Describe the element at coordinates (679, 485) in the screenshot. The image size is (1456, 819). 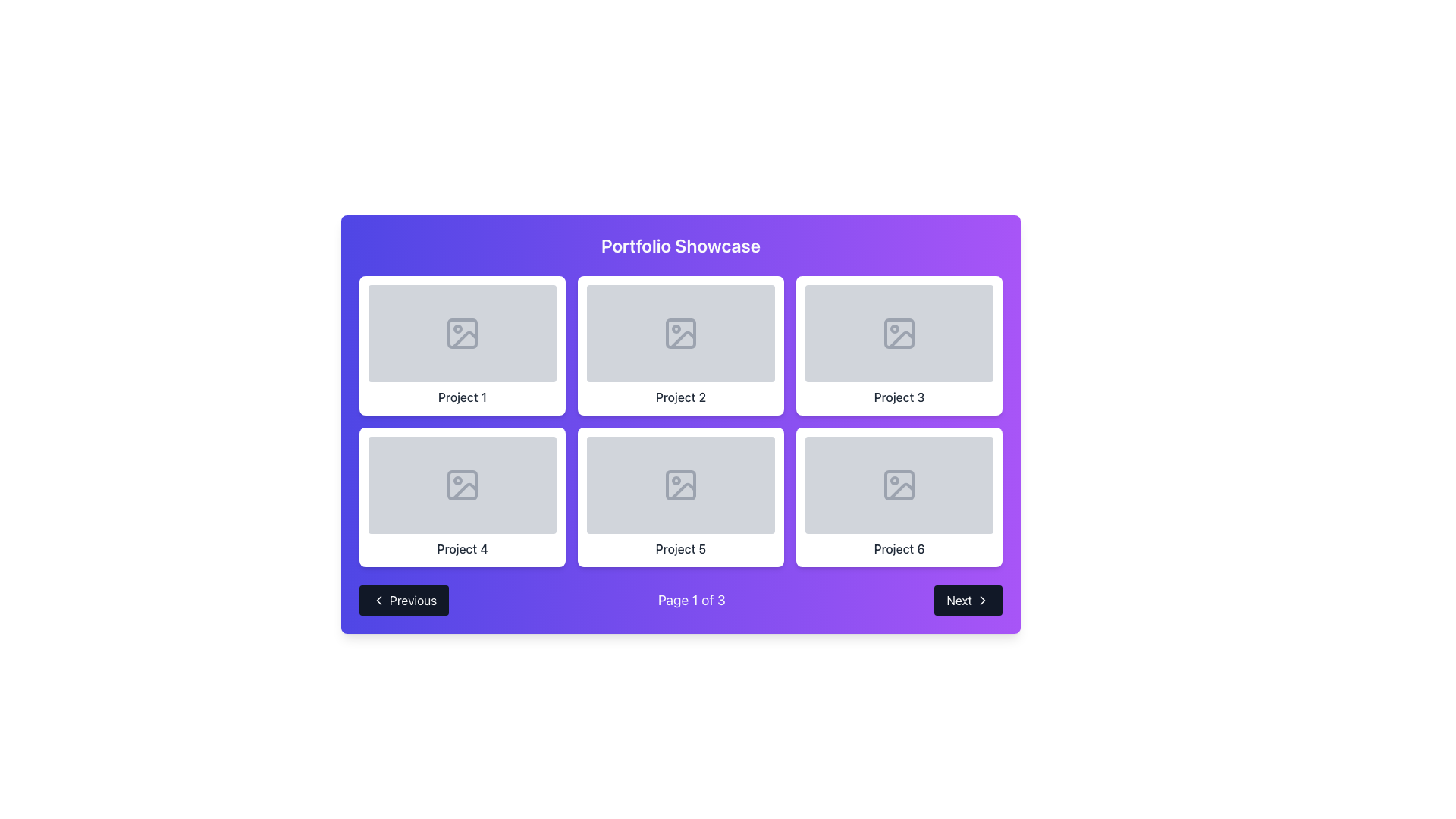
I see `the icon representing the visual identifier for 'Project 5' located in the second row of a 2x3 grid` at that location.